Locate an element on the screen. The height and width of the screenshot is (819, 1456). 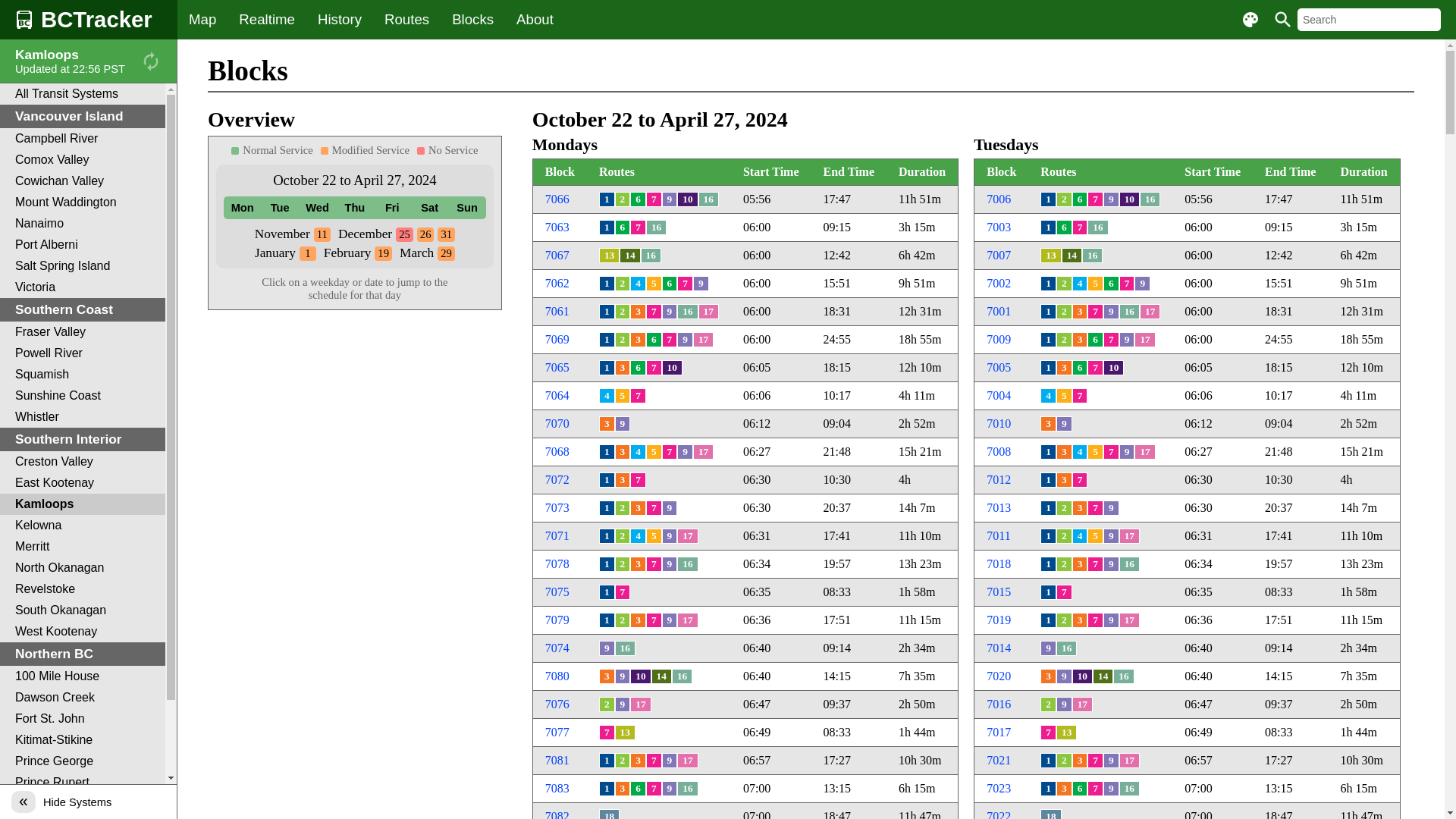
'7' is located at coordinates (638, 479).